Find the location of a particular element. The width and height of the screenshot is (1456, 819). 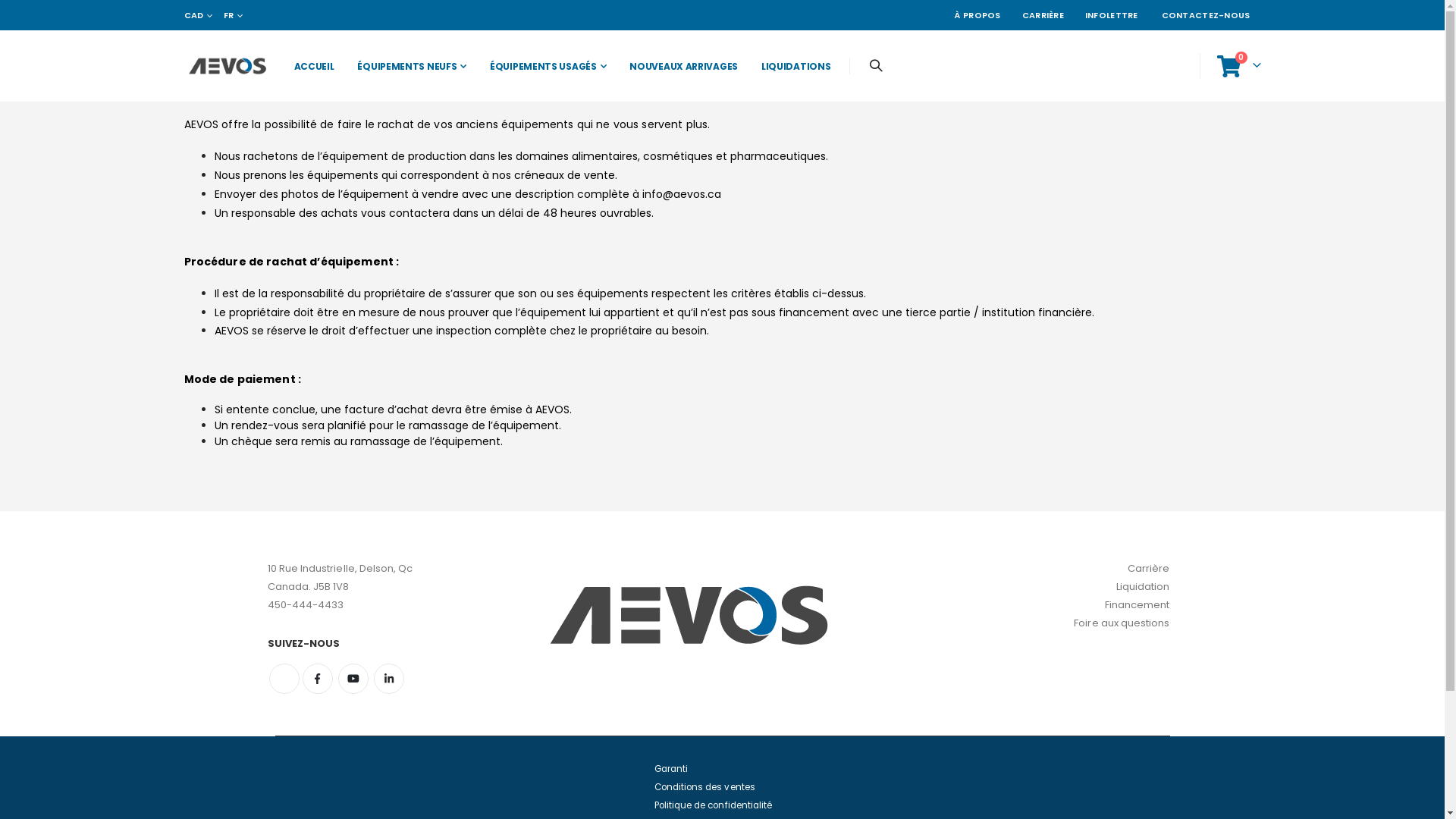

'Youtube' is located at coordinates (337, 677).